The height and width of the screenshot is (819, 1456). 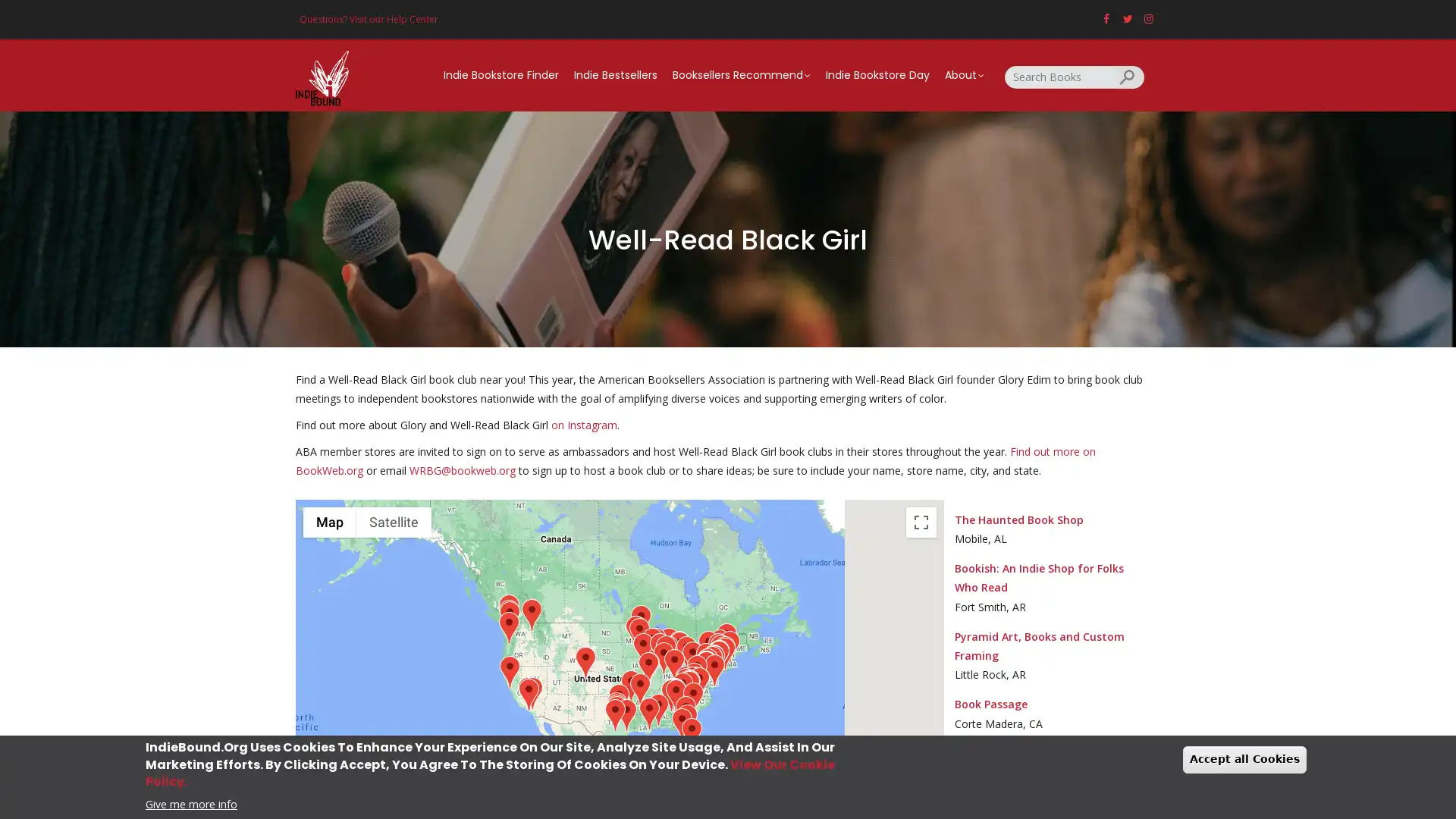 I want to click on Shop at MATTER, so click(x=584, y=661).